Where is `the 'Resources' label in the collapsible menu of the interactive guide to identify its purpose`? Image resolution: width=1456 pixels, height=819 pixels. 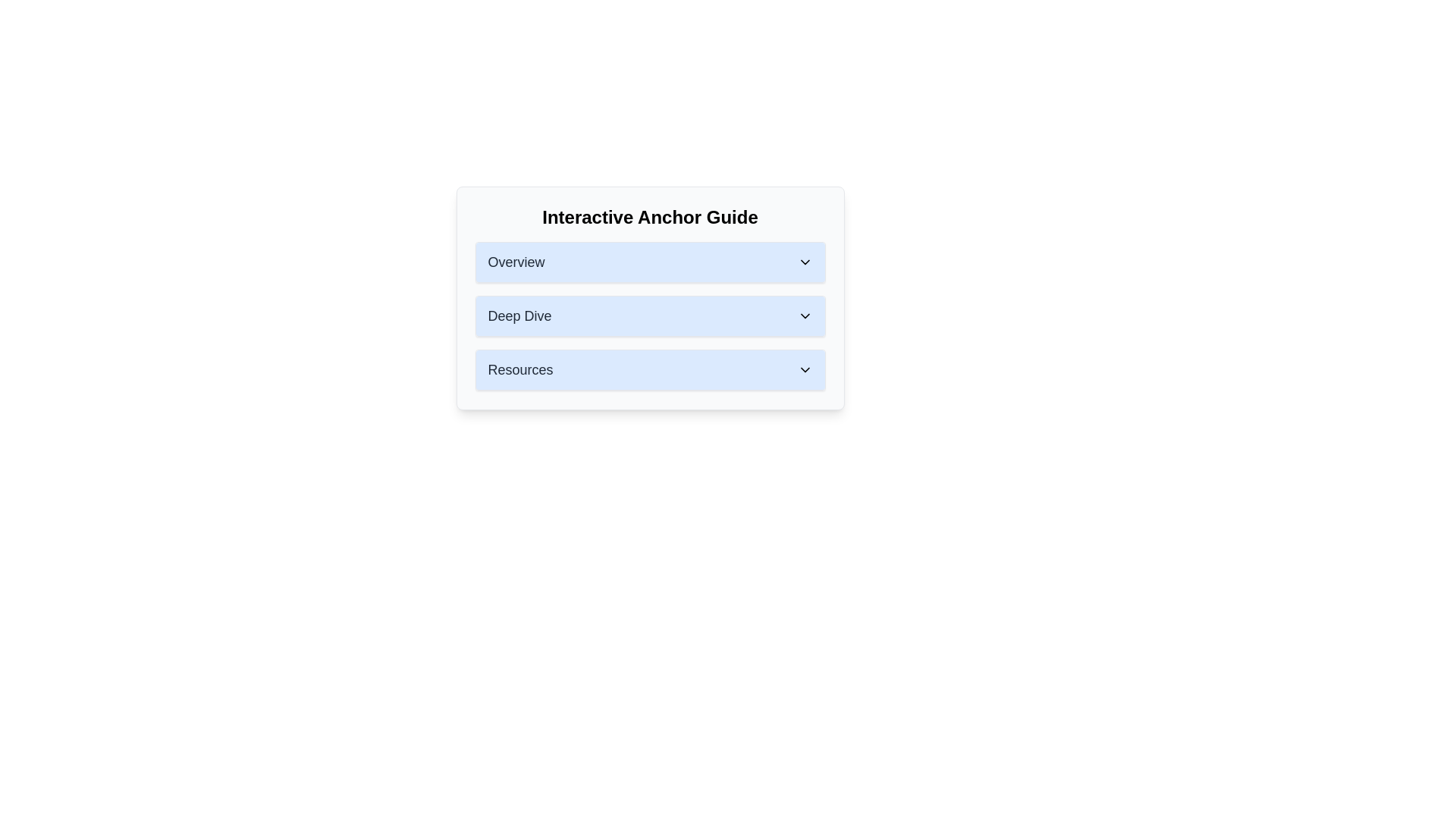 the 'Resources' label in the collapsible menu of the interactive guide to identify its purpose is located at coordinates (520, 370).